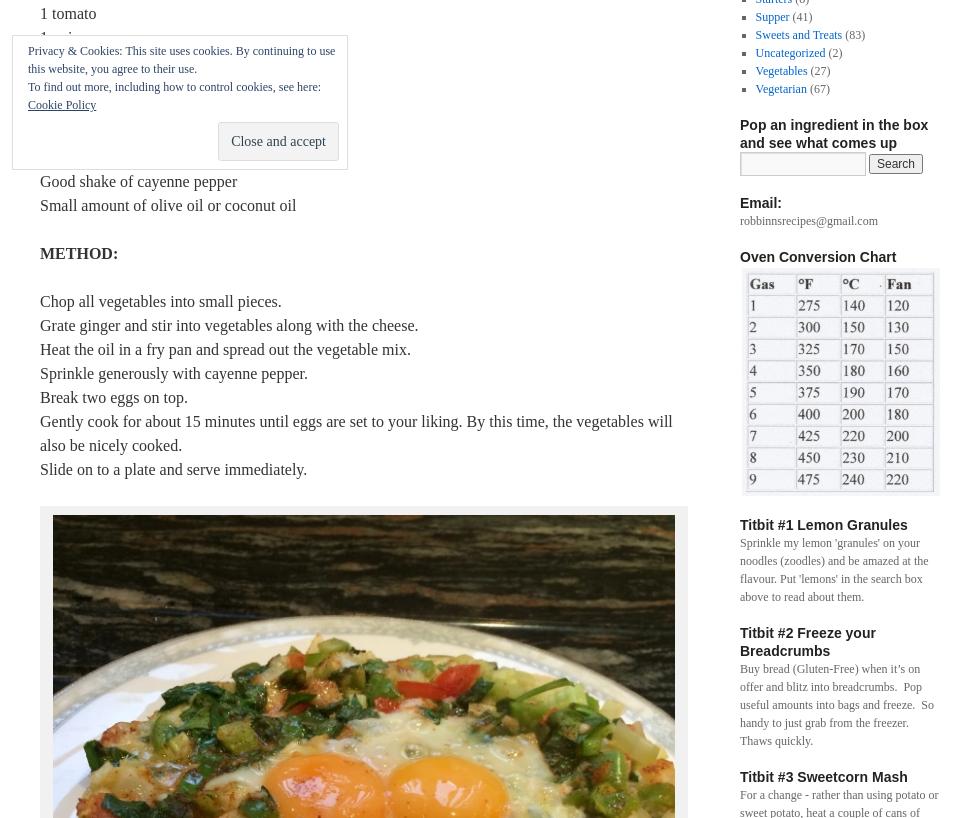  Describe the element at coordinates (138, 180) in the screenshot. I see `'Good shake of cayenne pepper'` at that location.